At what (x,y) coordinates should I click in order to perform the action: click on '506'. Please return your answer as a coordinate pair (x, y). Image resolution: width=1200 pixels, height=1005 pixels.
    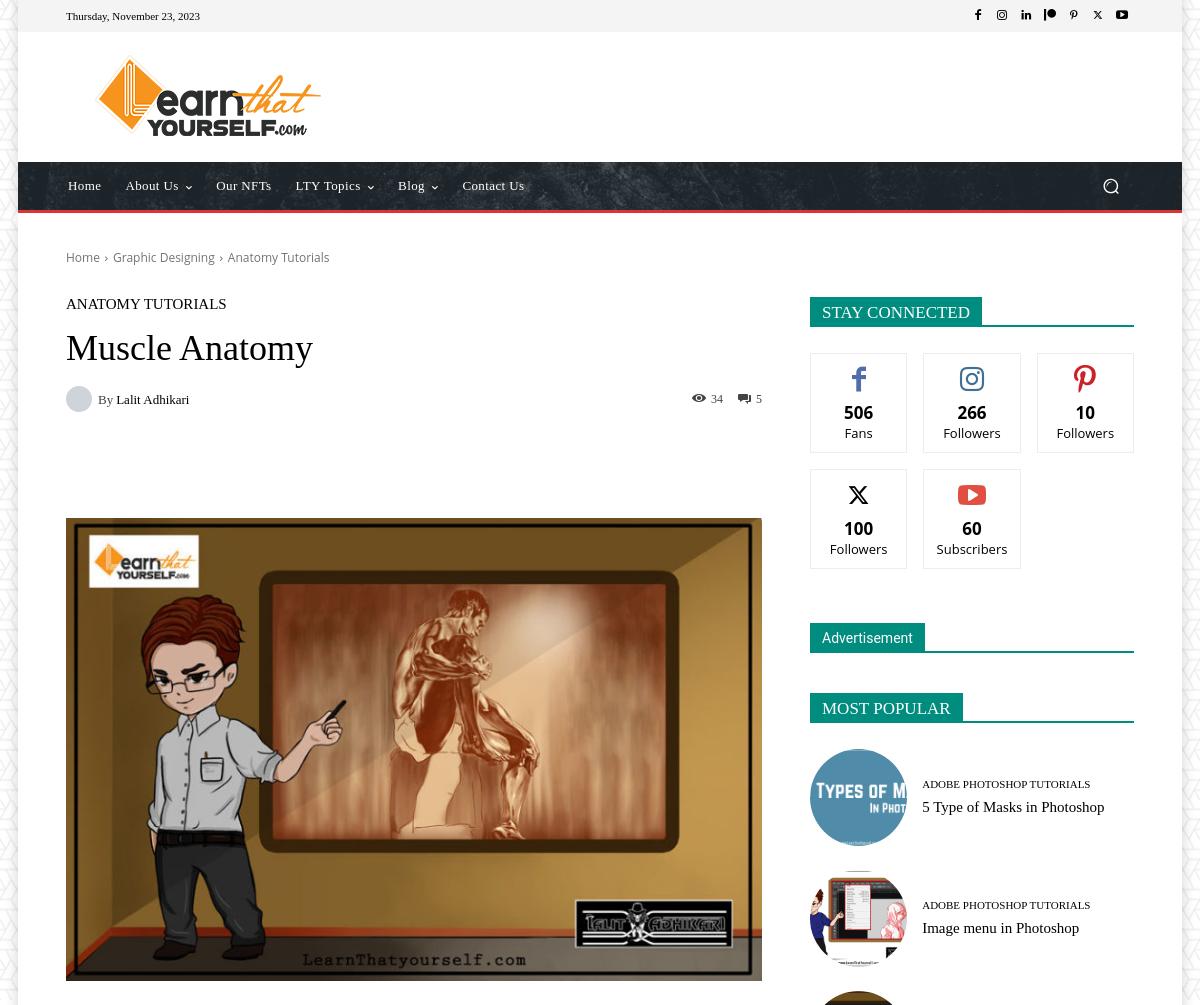
    Looking at the image, I should click on (842, 412).